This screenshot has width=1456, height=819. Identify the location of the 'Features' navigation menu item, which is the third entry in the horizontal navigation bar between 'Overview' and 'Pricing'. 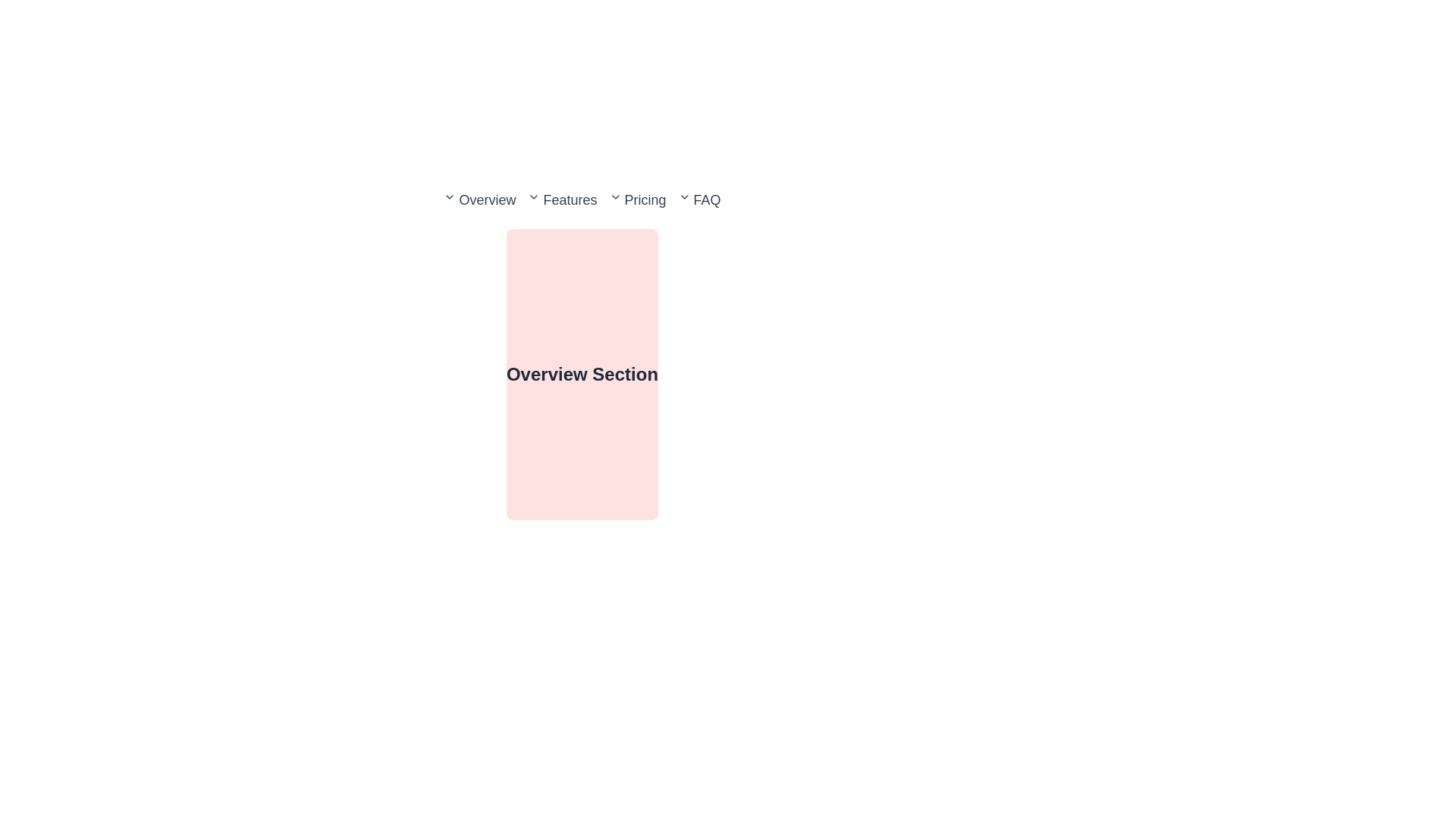
(570, 199).